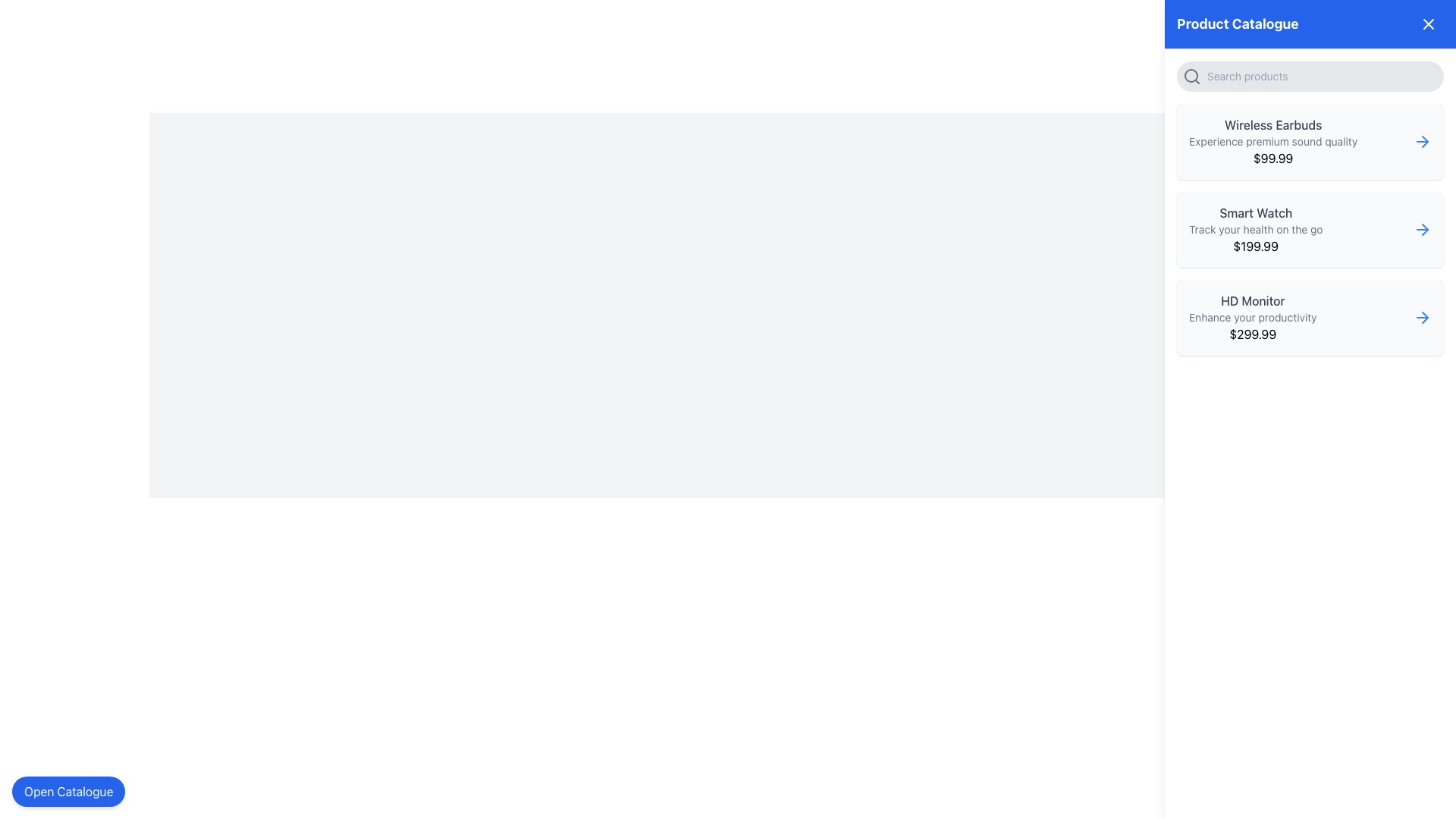  What do you see at coordinates (1427, 24) in the screenshot?
I see `the close button located at the top-right corner of the sidebar to hide the sidebar panel` at bounding box center [1427, 24].